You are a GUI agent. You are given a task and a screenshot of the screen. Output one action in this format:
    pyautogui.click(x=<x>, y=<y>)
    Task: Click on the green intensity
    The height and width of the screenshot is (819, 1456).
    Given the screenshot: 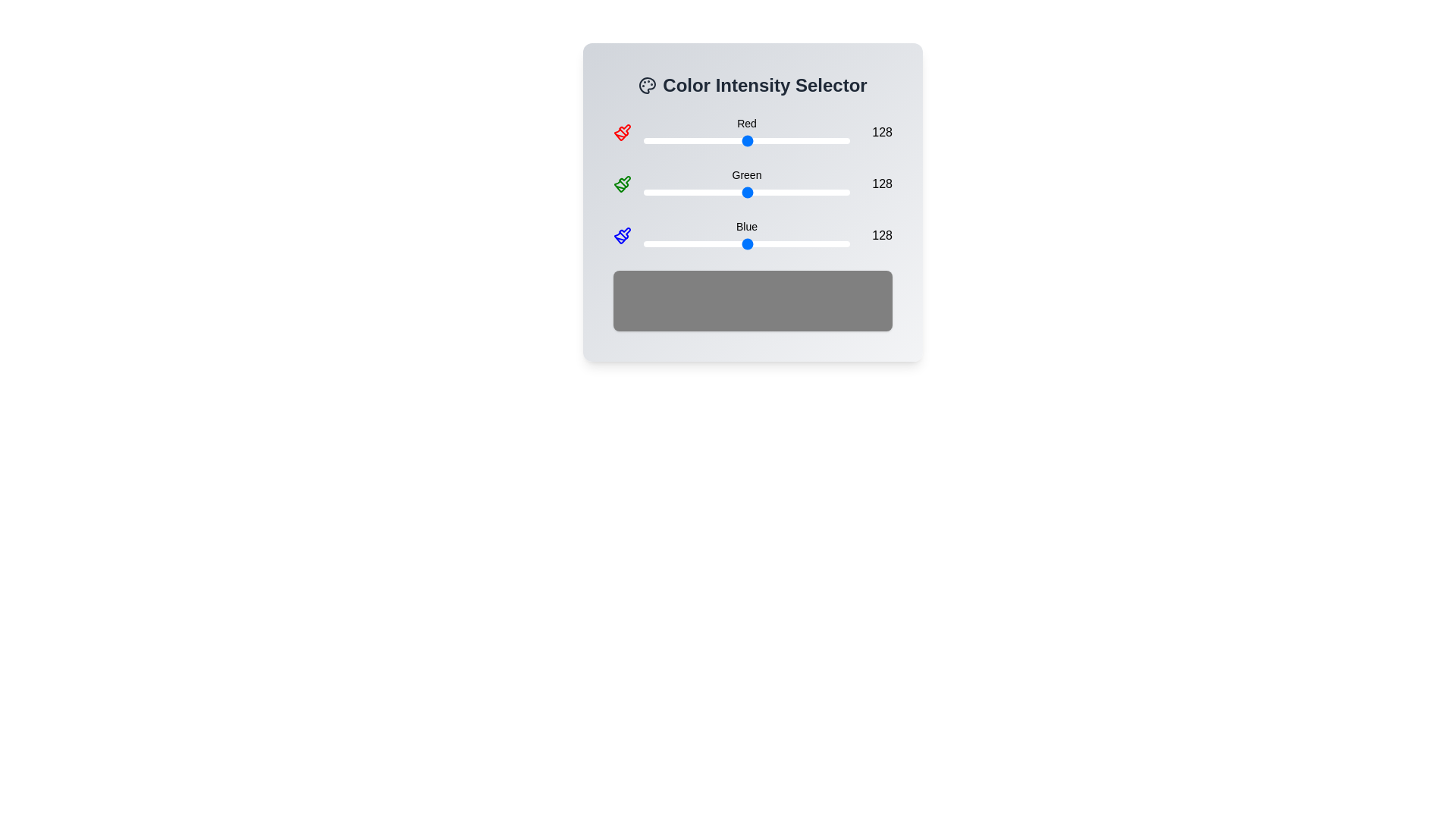 What is the action you would take?
    pyautogui.click(x=728, y=192)
    